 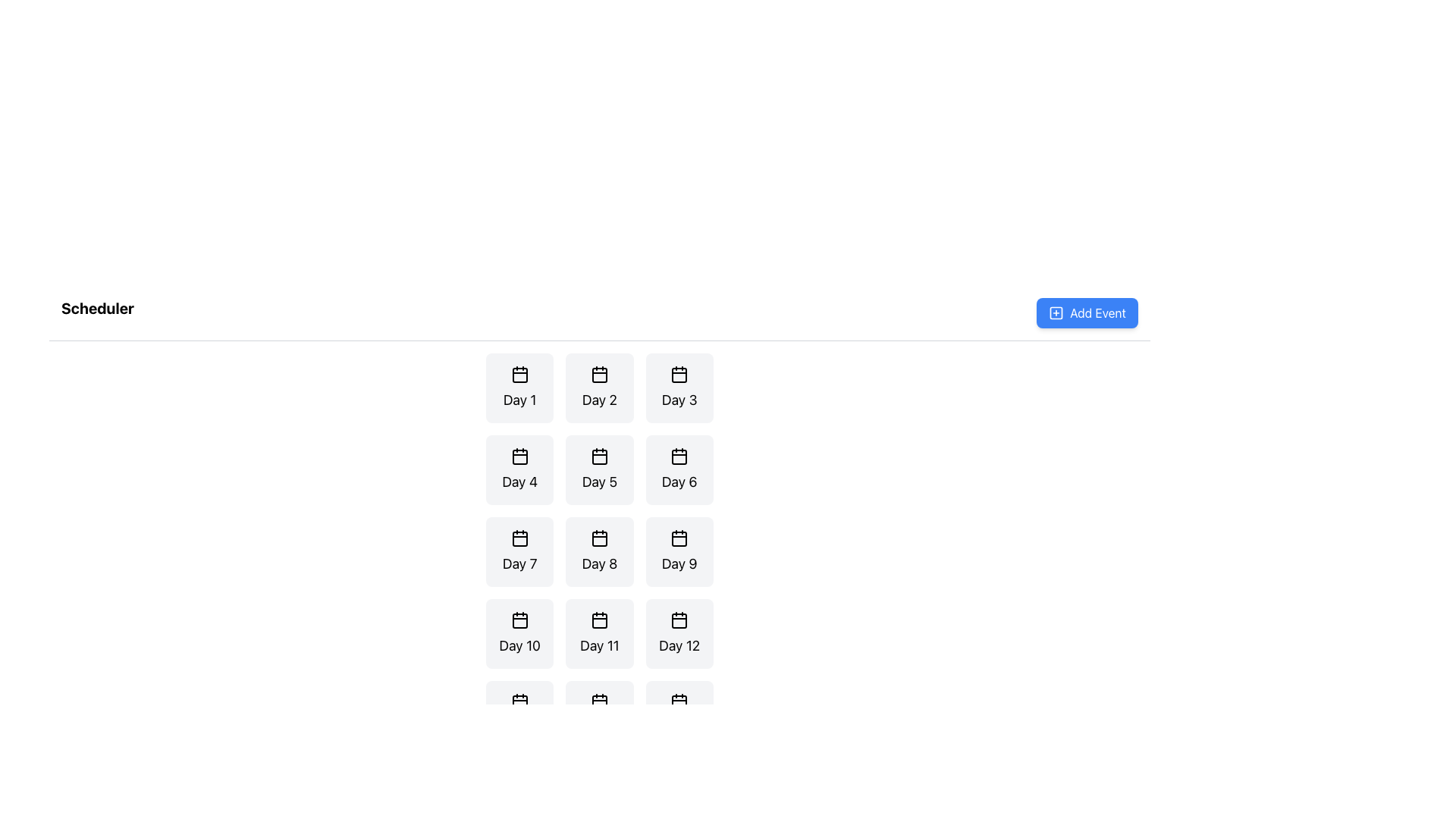 What do you see at coordinates (599, 455) in the screenshot?
I see `the calendar icon located at the top-center of the 'Day 5' card in the grid interface` at bounding box center [599, 455].